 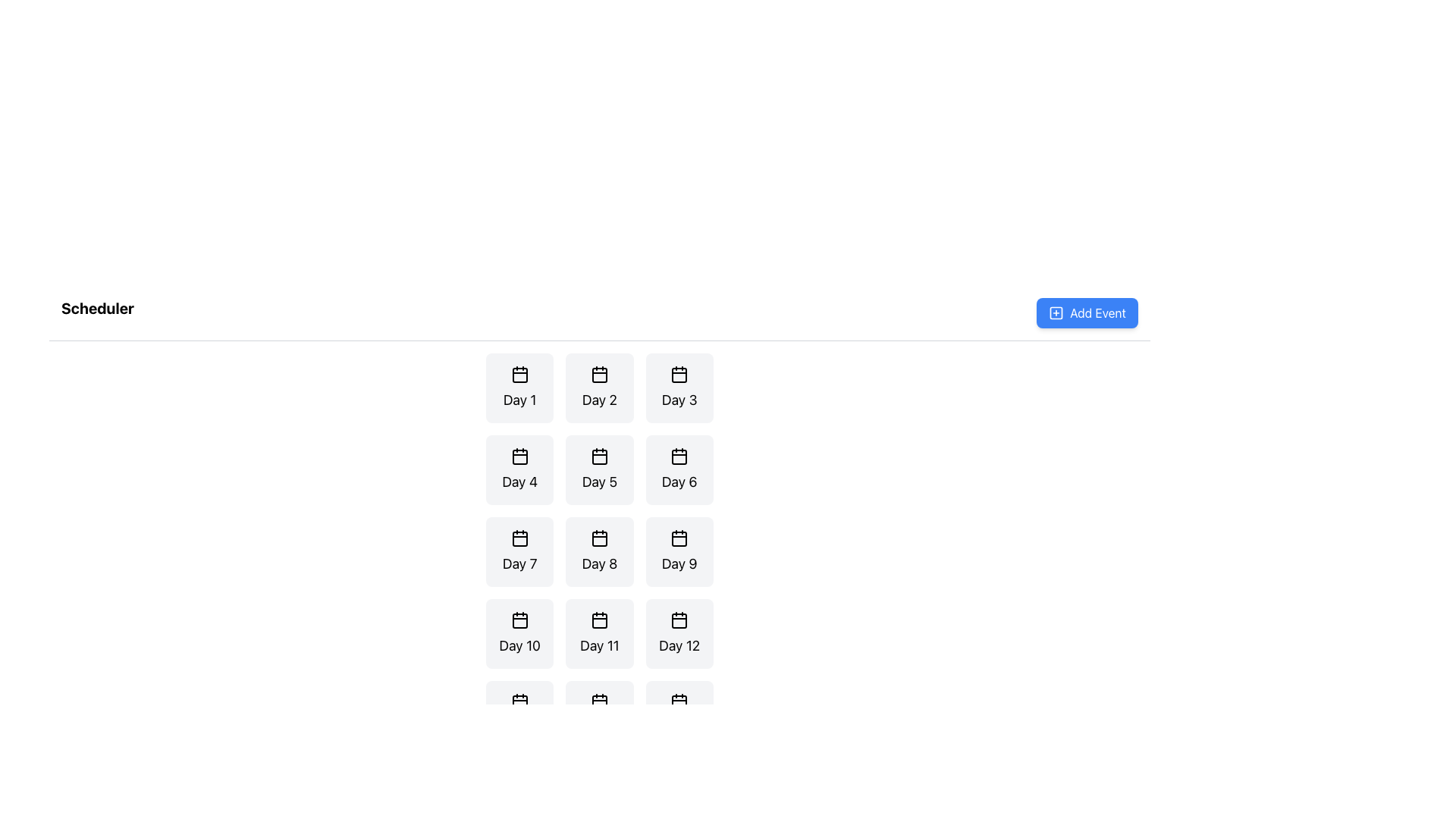 What do you see at coordinates (599, 455) in the screenshot?
I see `the calendar icon located at the top-center of the 'Day 5' card in the grid interface` at bounding box center [599, 455].